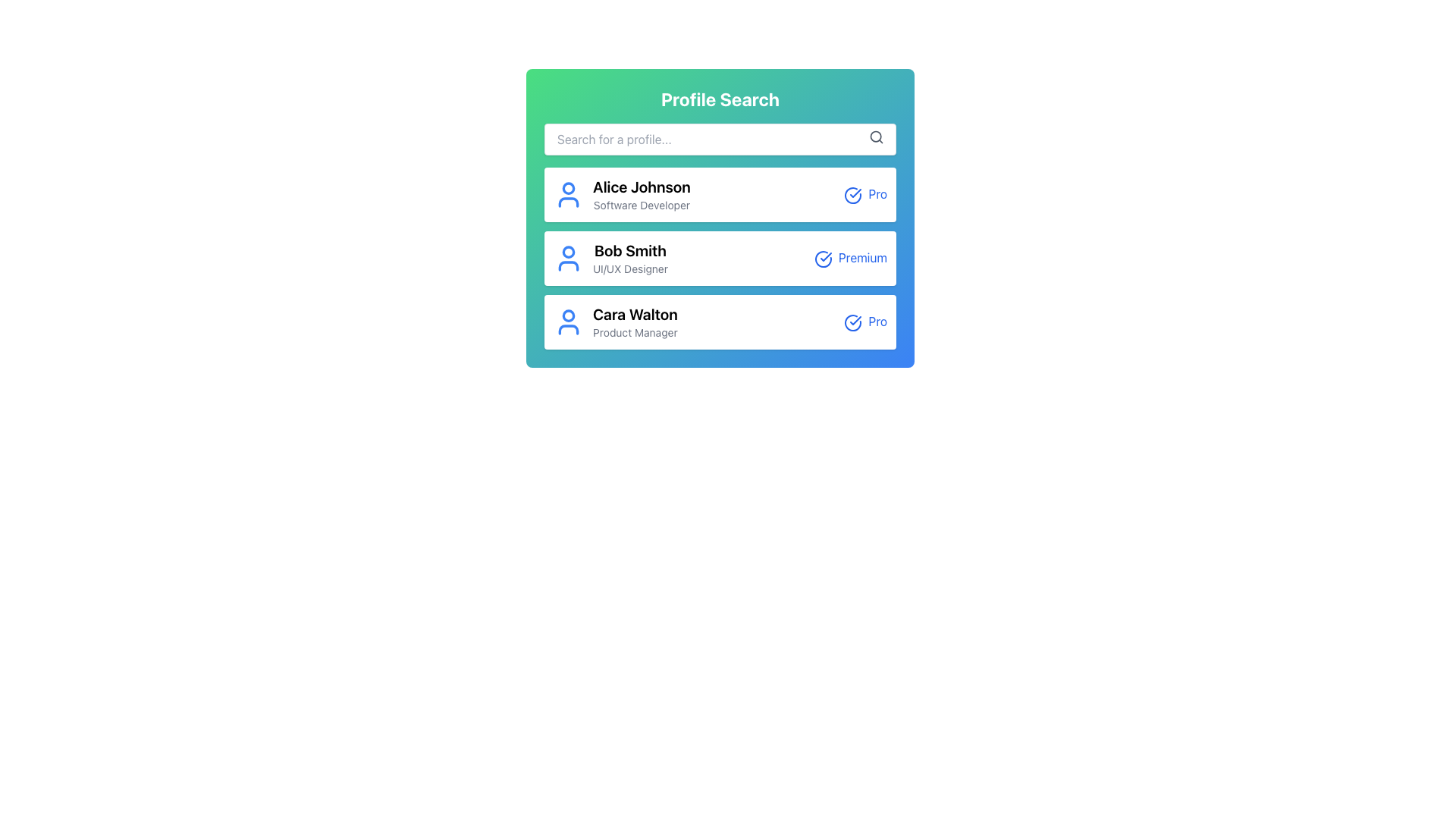 This screenshot has width=1456, height=819. Describe the element at coordinates (822, 258) in the screenshot. I see `the circular hollow icon with a checkmark inside, located to the right of the text 'Bob Smith', indicating 'Premium' status` at that location.